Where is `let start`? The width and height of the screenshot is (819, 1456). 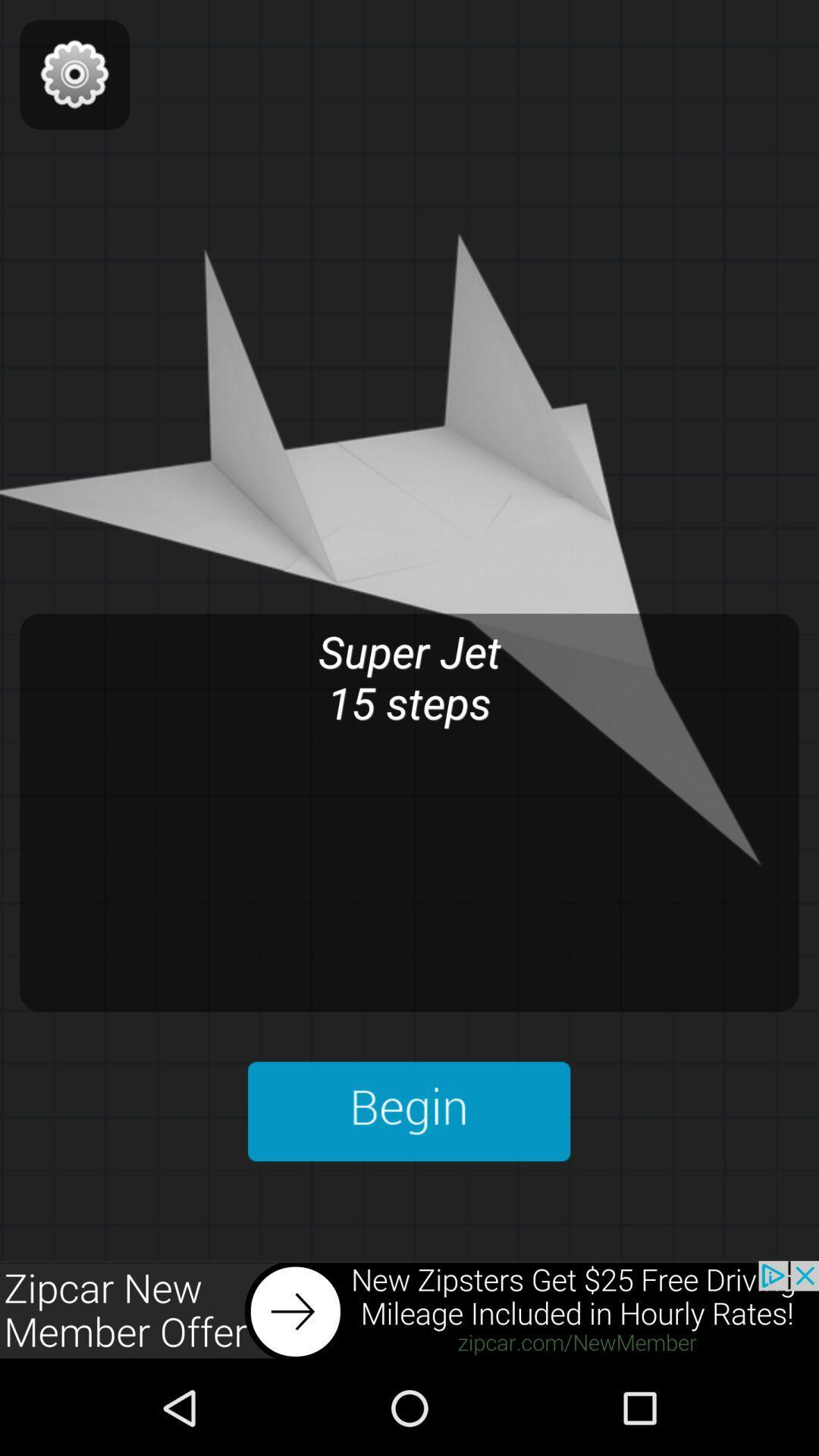 let start is located at coordinates (408, 1111).